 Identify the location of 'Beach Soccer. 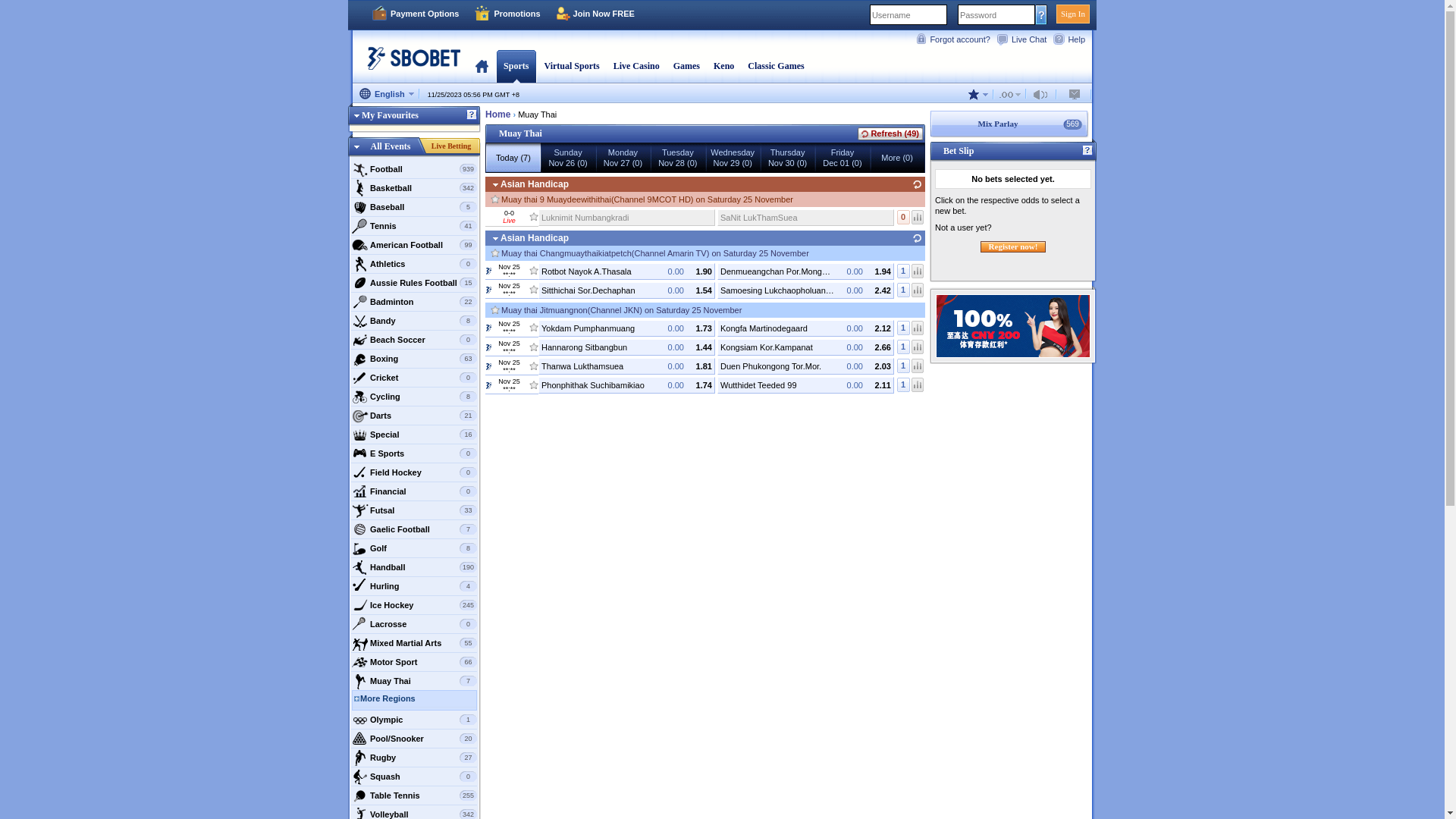
(414, 338).